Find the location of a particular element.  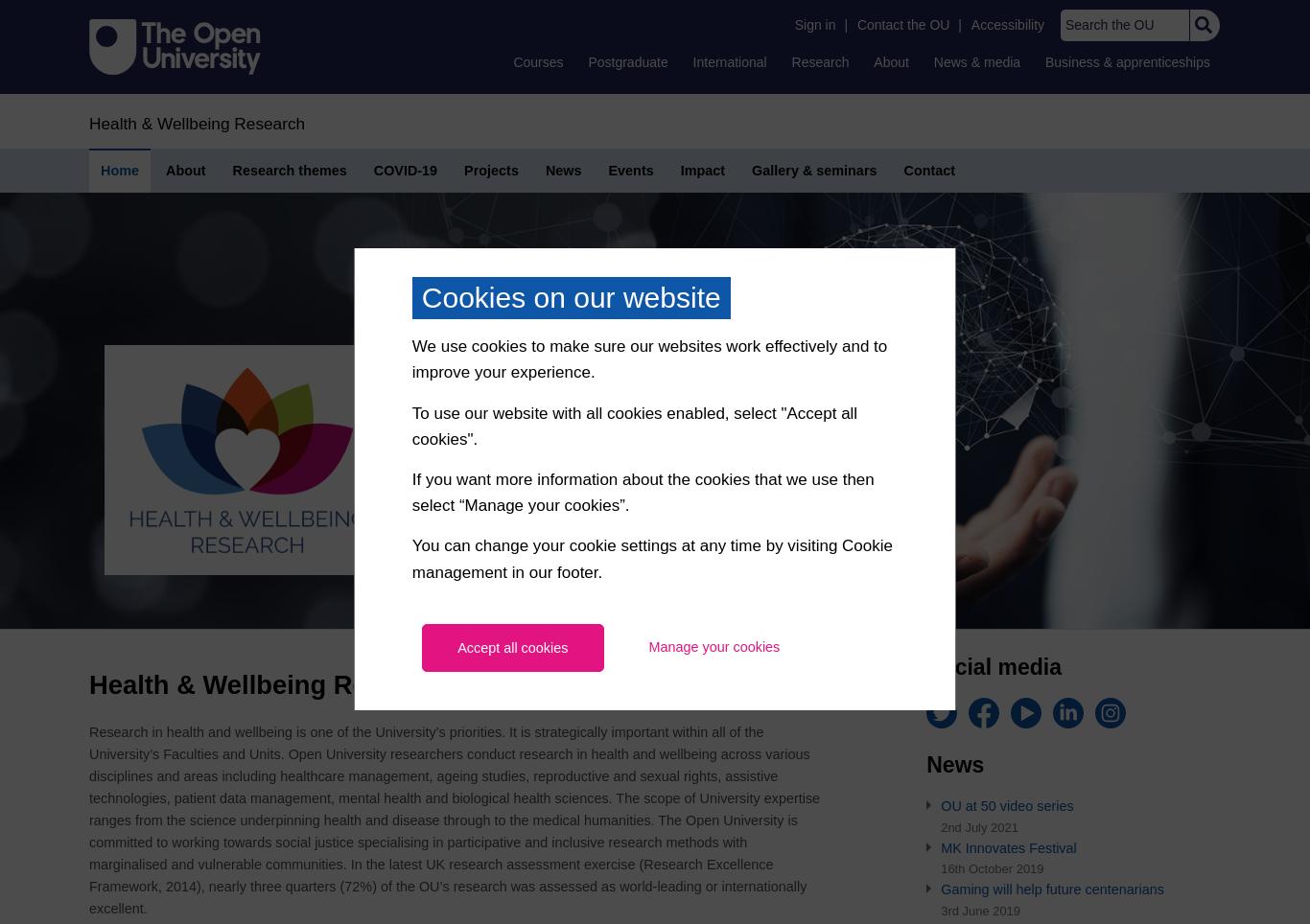

'Home' is located at coordinates (118, 169).